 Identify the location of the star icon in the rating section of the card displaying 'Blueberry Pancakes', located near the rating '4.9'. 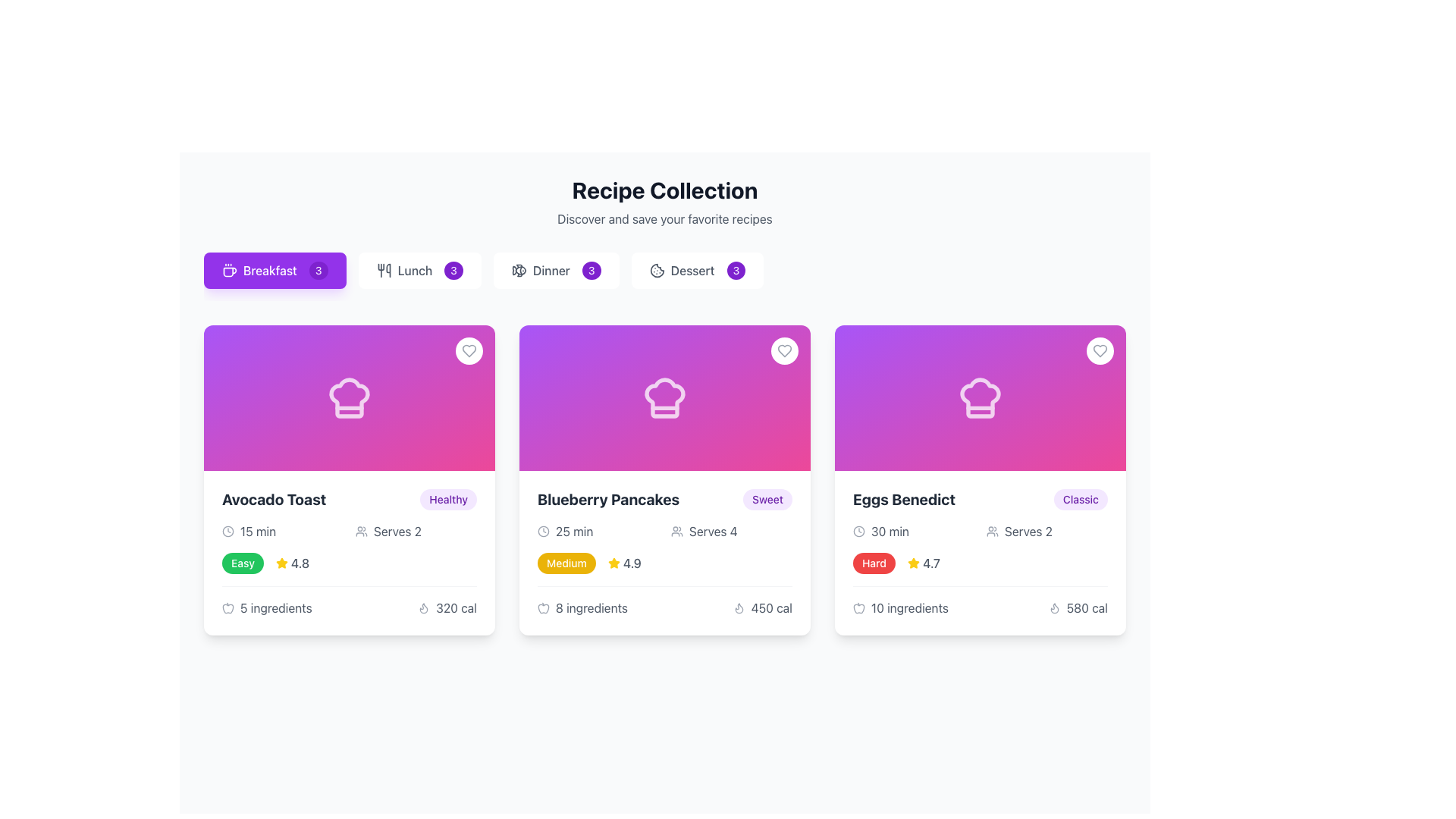
(613, 563).